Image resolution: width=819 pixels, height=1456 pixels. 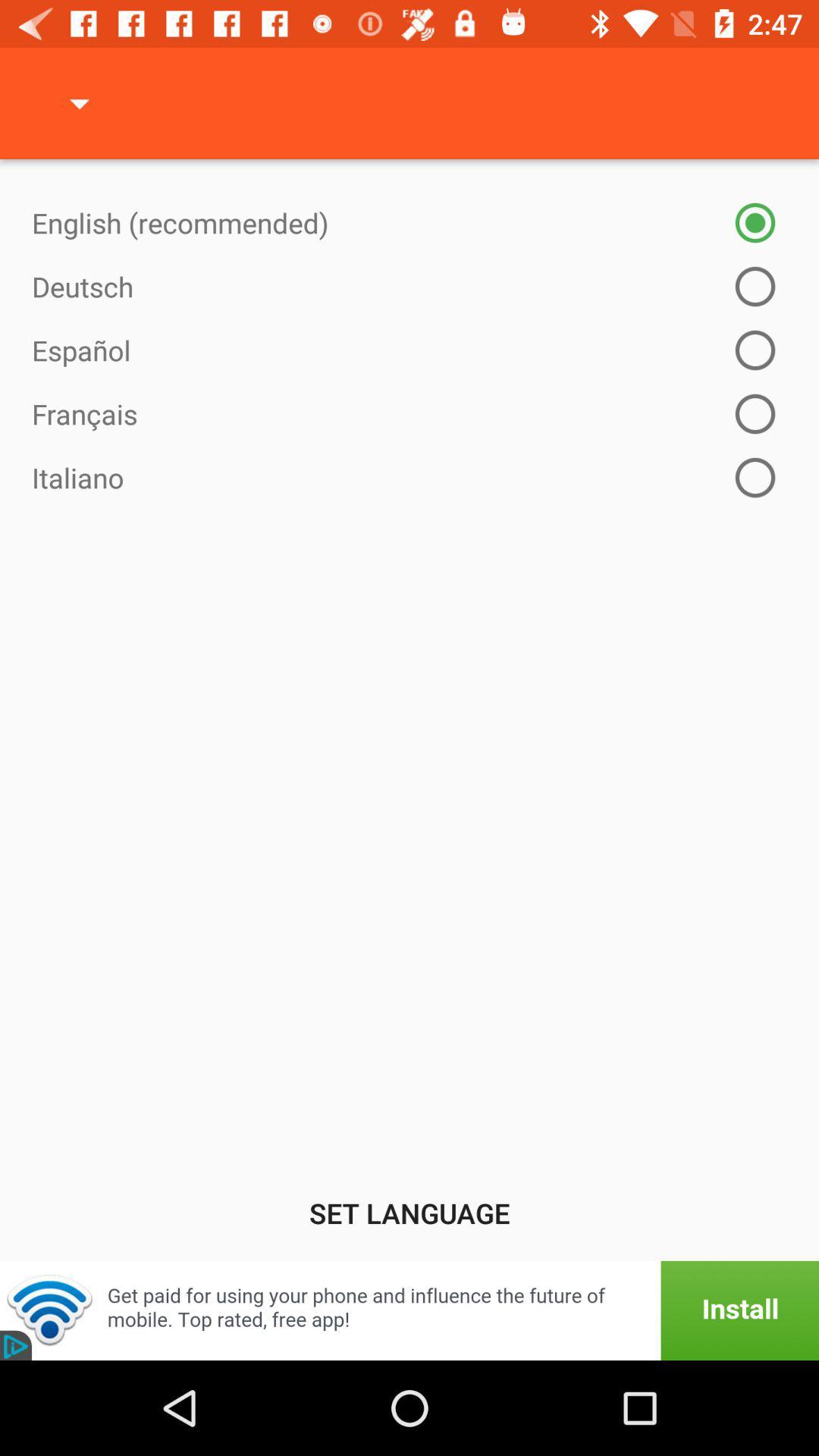 I want to click on the icon above the english (recommended) item, so click(x=79, y=102).